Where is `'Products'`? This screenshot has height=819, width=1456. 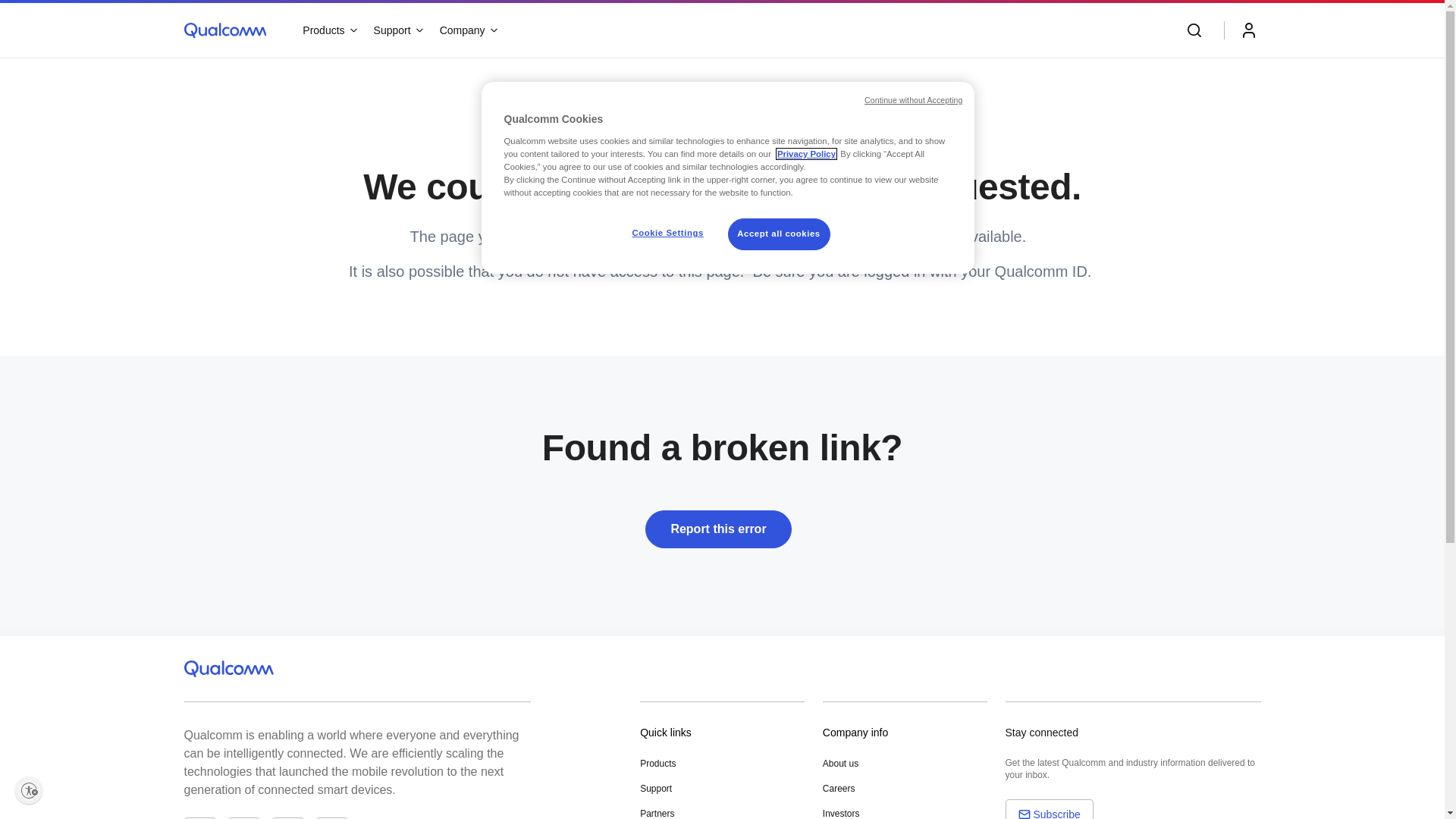
'Products' is located at coordinates (328, 30).